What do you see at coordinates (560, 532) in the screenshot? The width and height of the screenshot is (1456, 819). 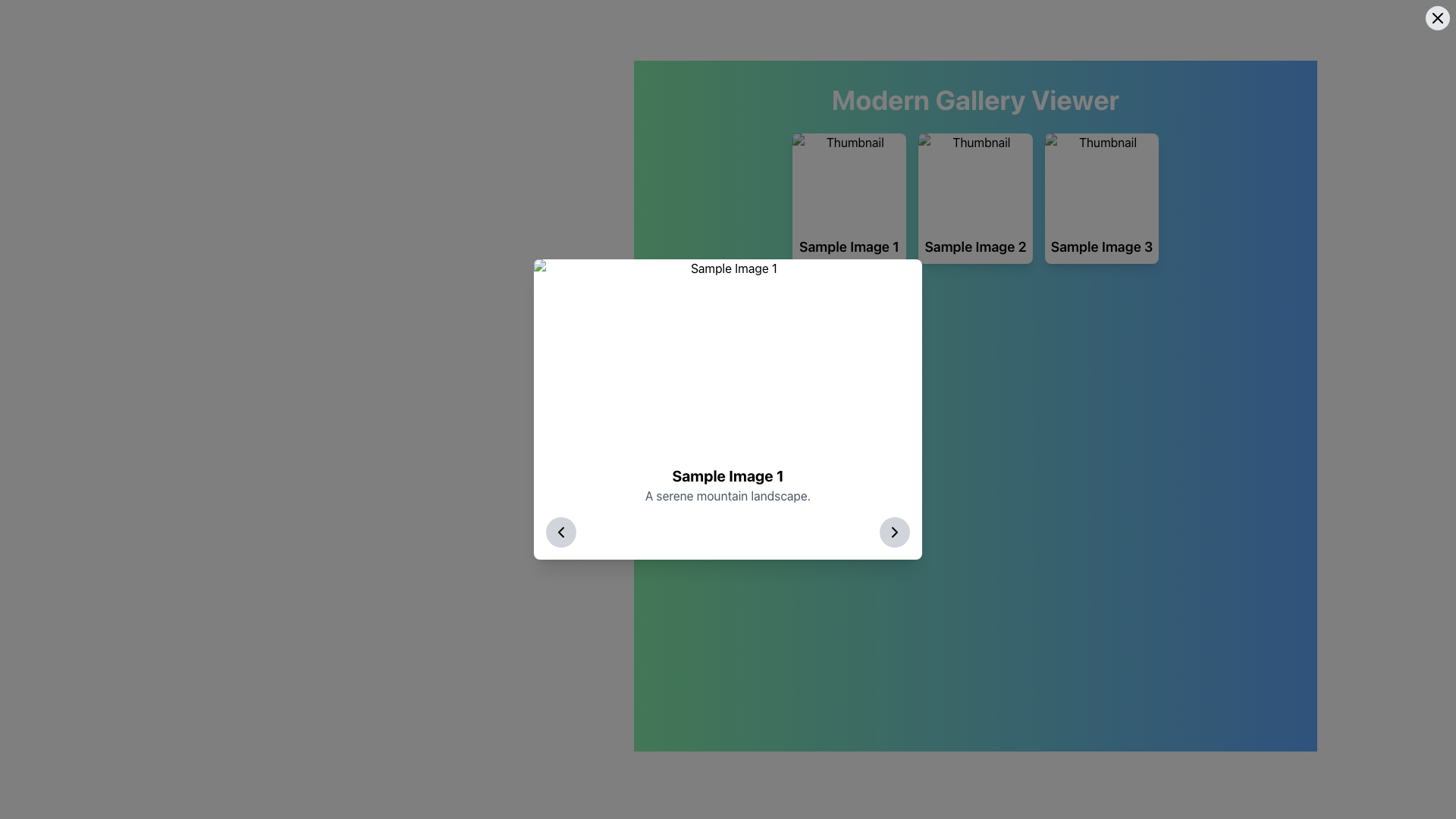 I see `the button located at the bottom-left corner of the modal` at bounding box center [560, 532].